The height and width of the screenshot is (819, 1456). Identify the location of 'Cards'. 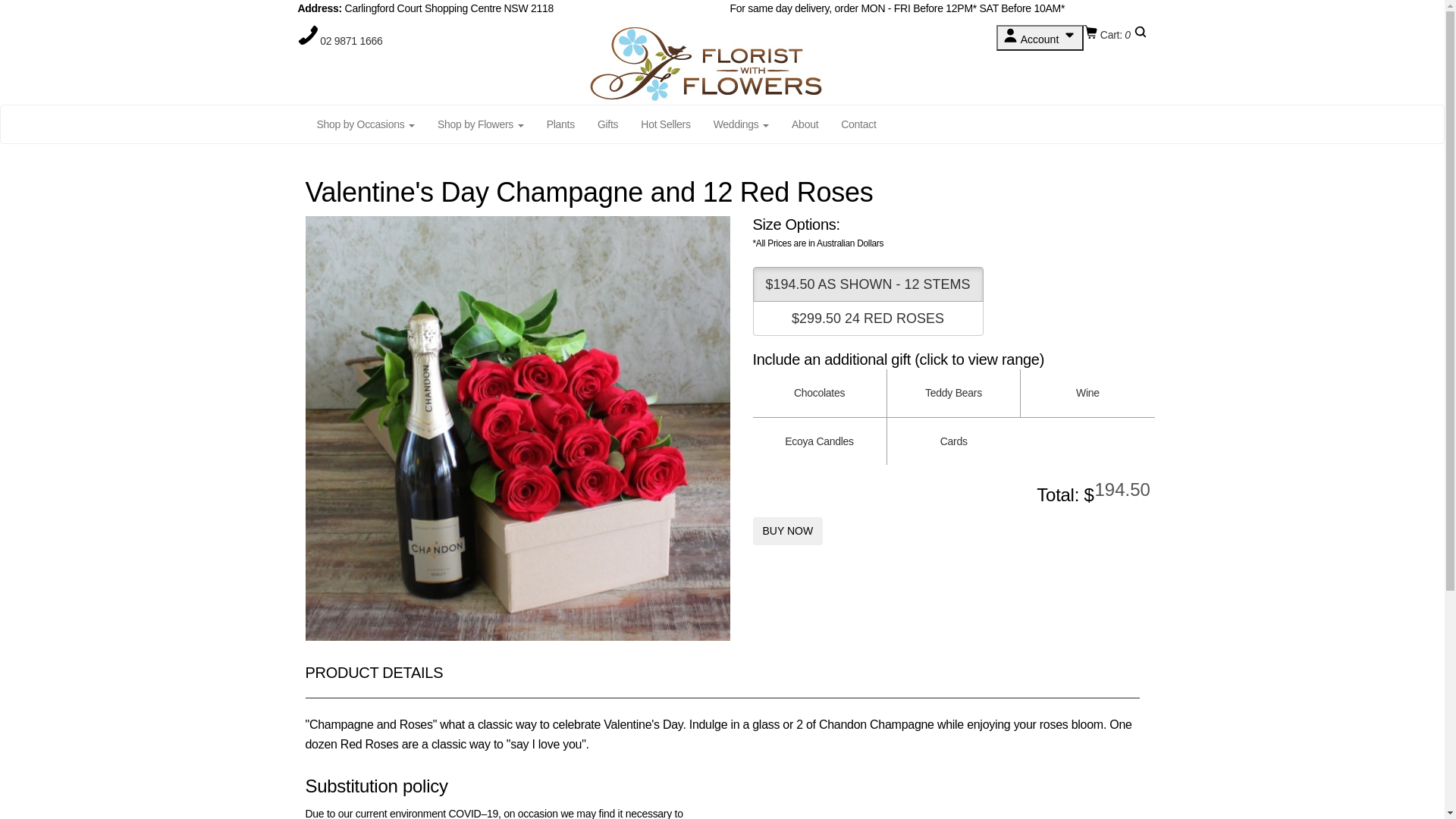
(952, 441).